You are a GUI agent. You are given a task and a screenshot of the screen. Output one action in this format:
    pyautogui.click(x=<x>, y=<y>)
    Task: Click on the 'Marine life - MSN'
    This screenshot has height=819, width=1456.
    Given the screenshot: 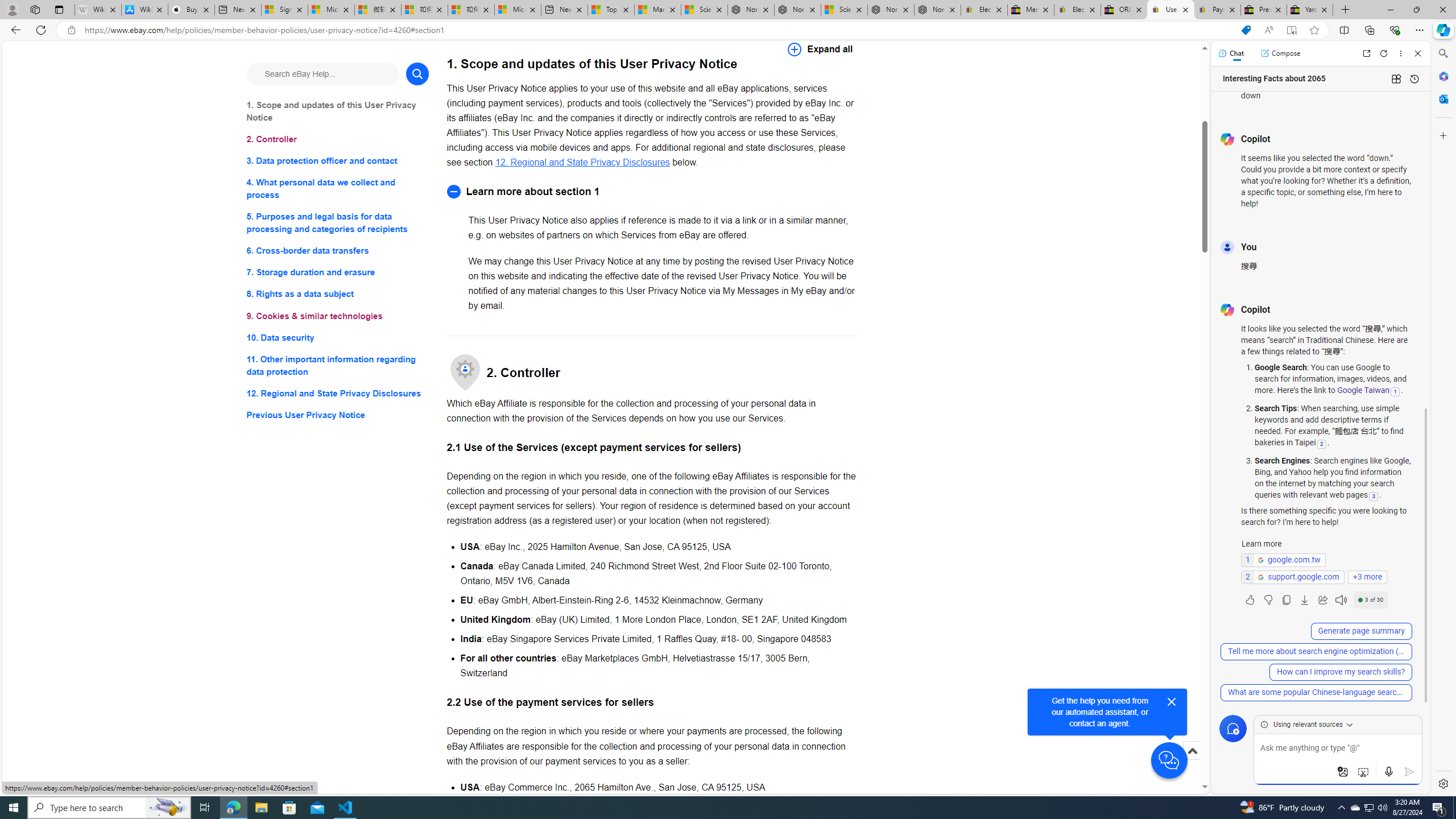 What is the action you would take?
    pyautogui.click(x=656, y=9)
    